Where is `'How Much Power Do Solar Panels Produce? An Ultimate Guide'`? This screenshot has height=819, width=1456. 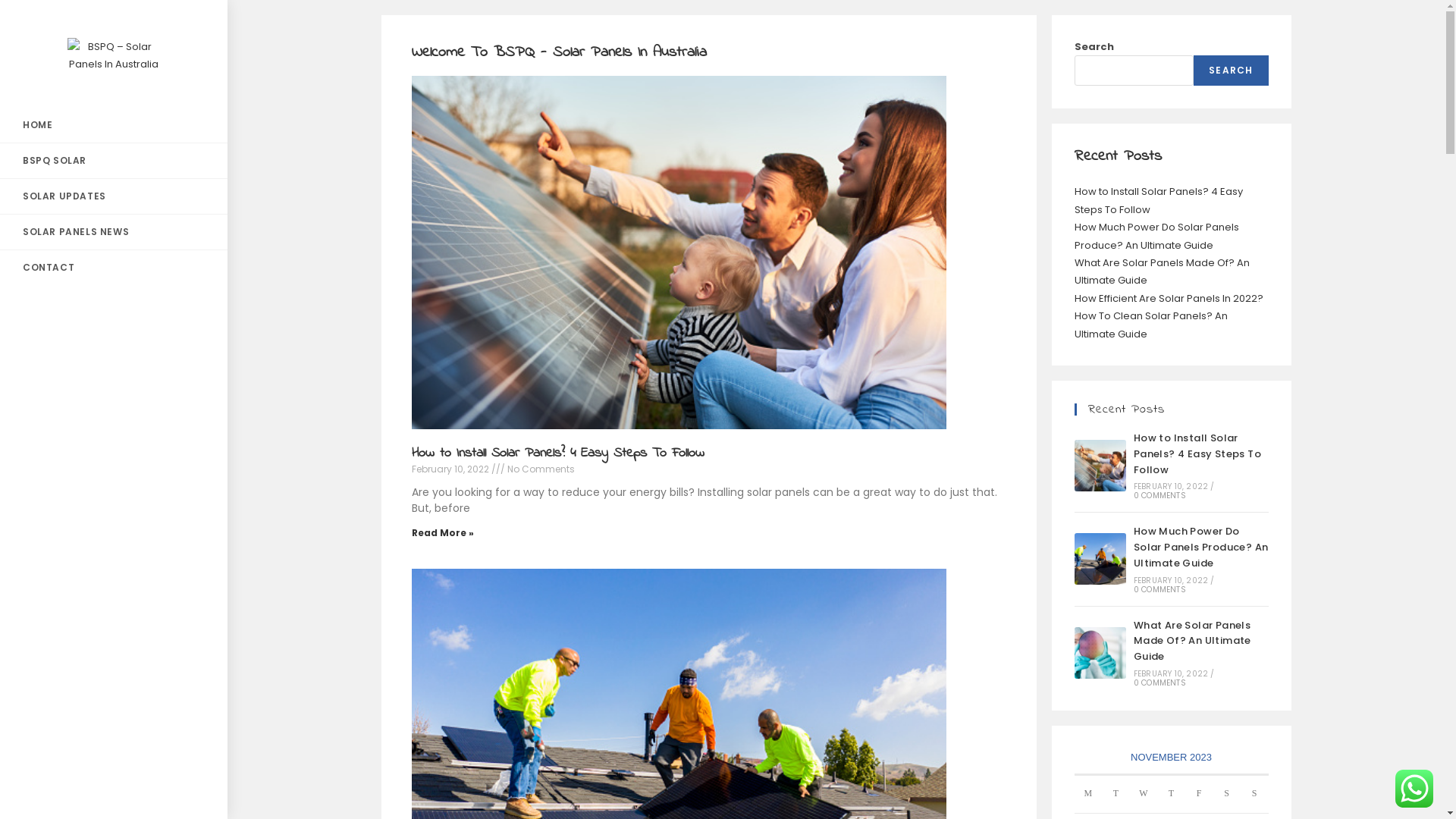
'How Much Power Do Solar Panels Produce? An Ultimate Guide' is located at coordinates (1099, 558).